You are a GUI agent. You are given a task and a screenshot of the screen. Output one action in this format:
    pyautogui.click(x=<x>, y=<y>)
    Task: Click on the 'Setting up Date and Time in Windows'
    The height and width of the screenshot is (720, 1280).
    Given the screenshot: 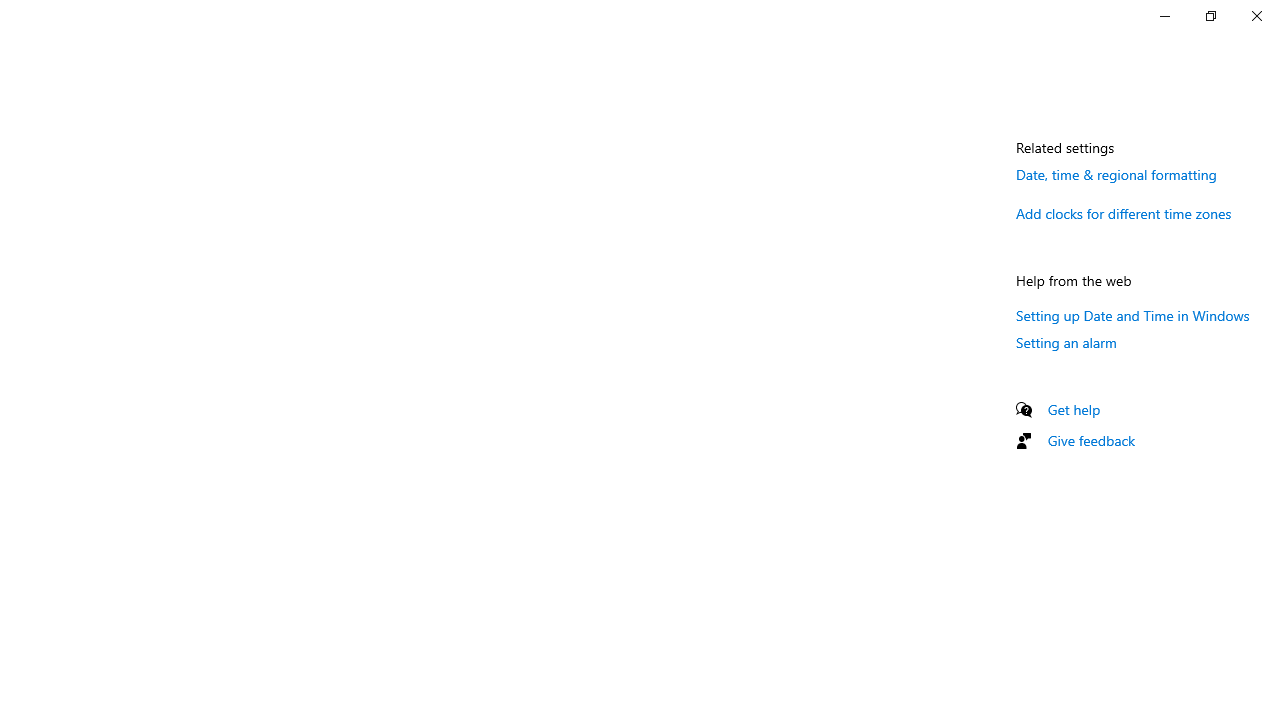 What is the action you would take?
    pyautogui.click(x=1133, y=315)
    